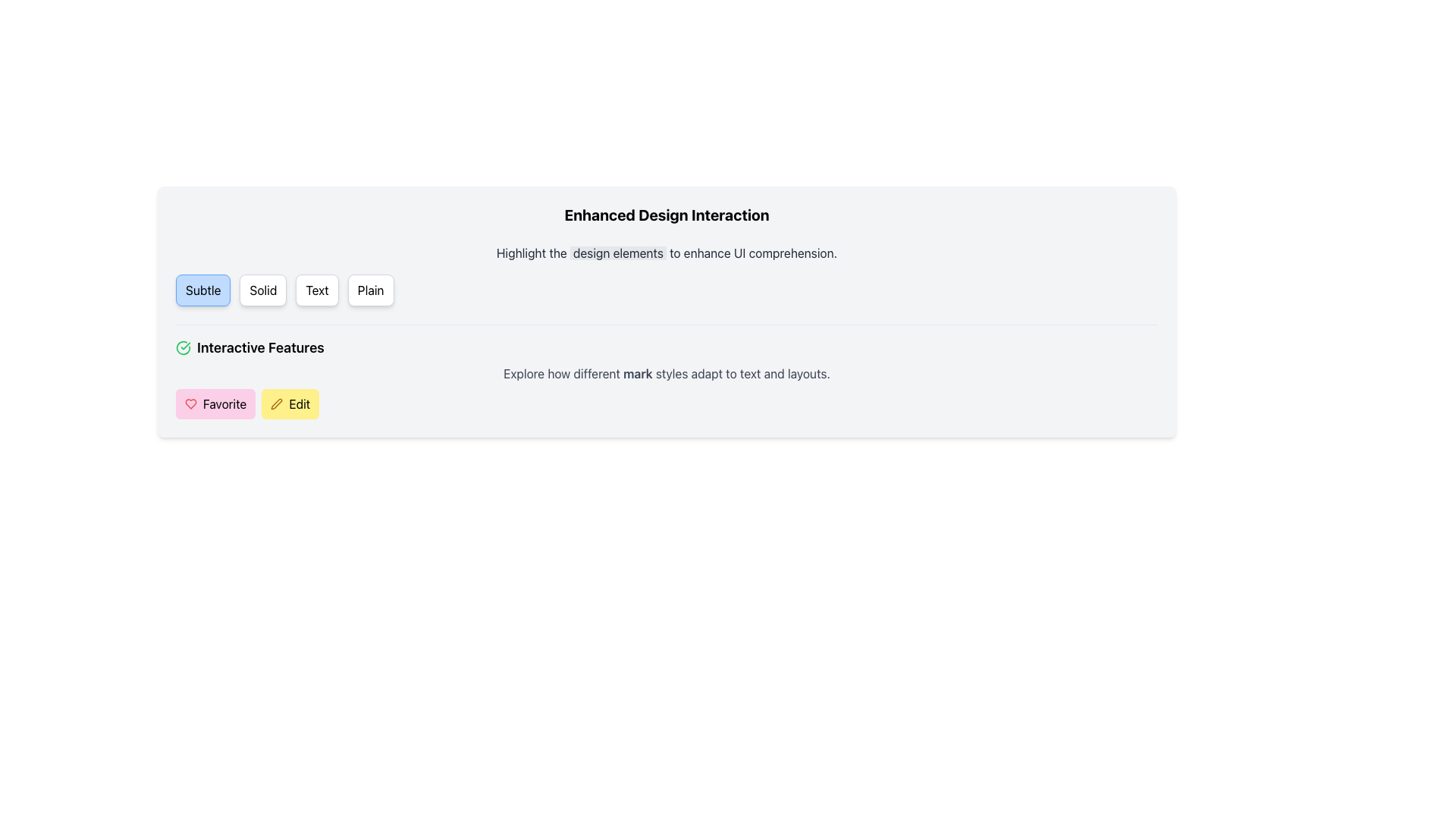  Describe the element at coordinates (667, 374) in the screenshot. I see `text label that describes how different mark styles adapt to text and layouts, which is styled in gray font and located beneath the title 'Interactive Features'` at that location.